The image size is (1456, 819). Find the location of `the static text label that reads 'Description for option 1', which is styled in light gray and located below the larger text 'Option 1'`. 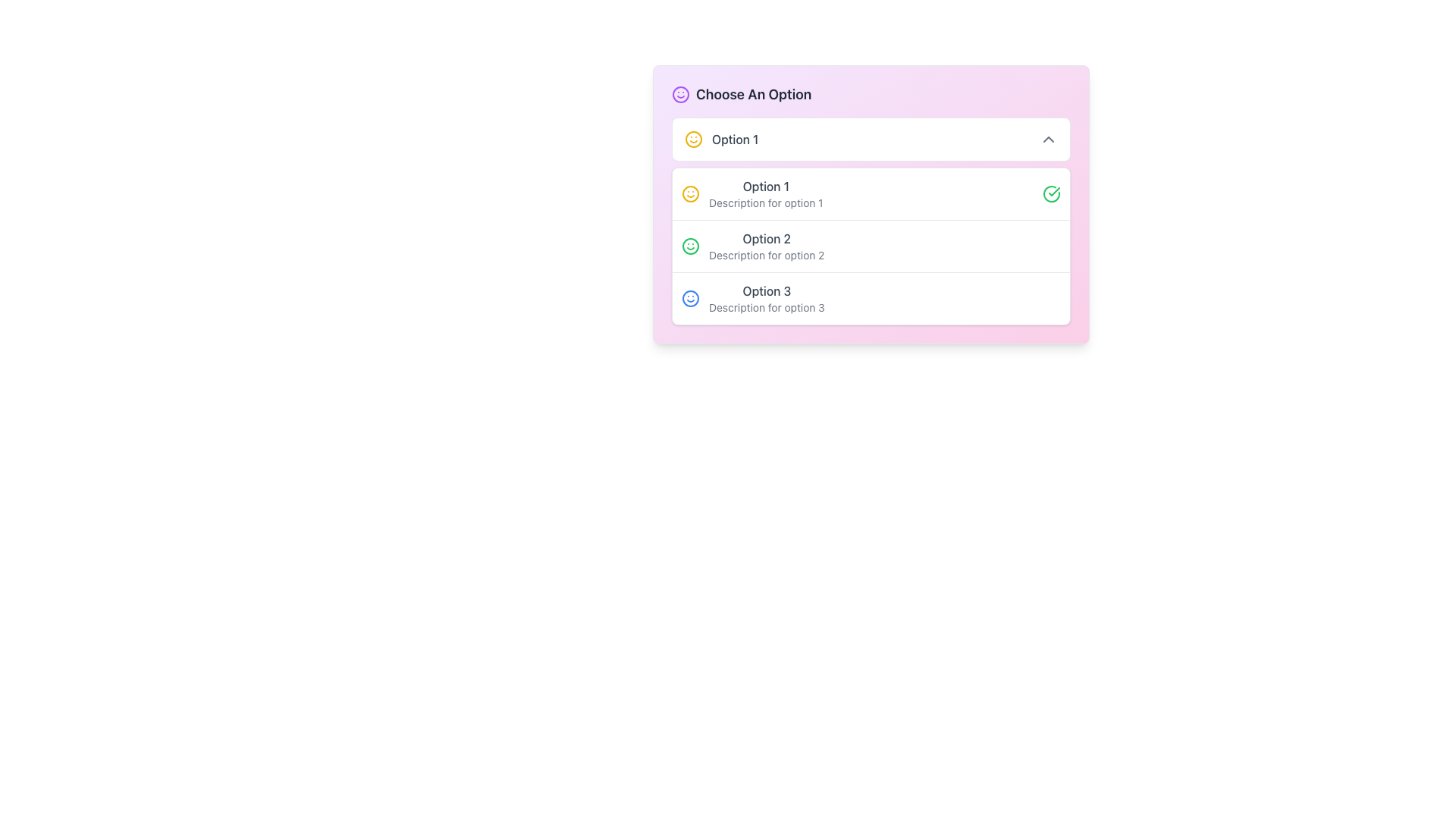

the static text label that reads 'Description for option 1', which is styled in light gray and located below the larger text 'Option 1' is located at coordinates (766, 202).